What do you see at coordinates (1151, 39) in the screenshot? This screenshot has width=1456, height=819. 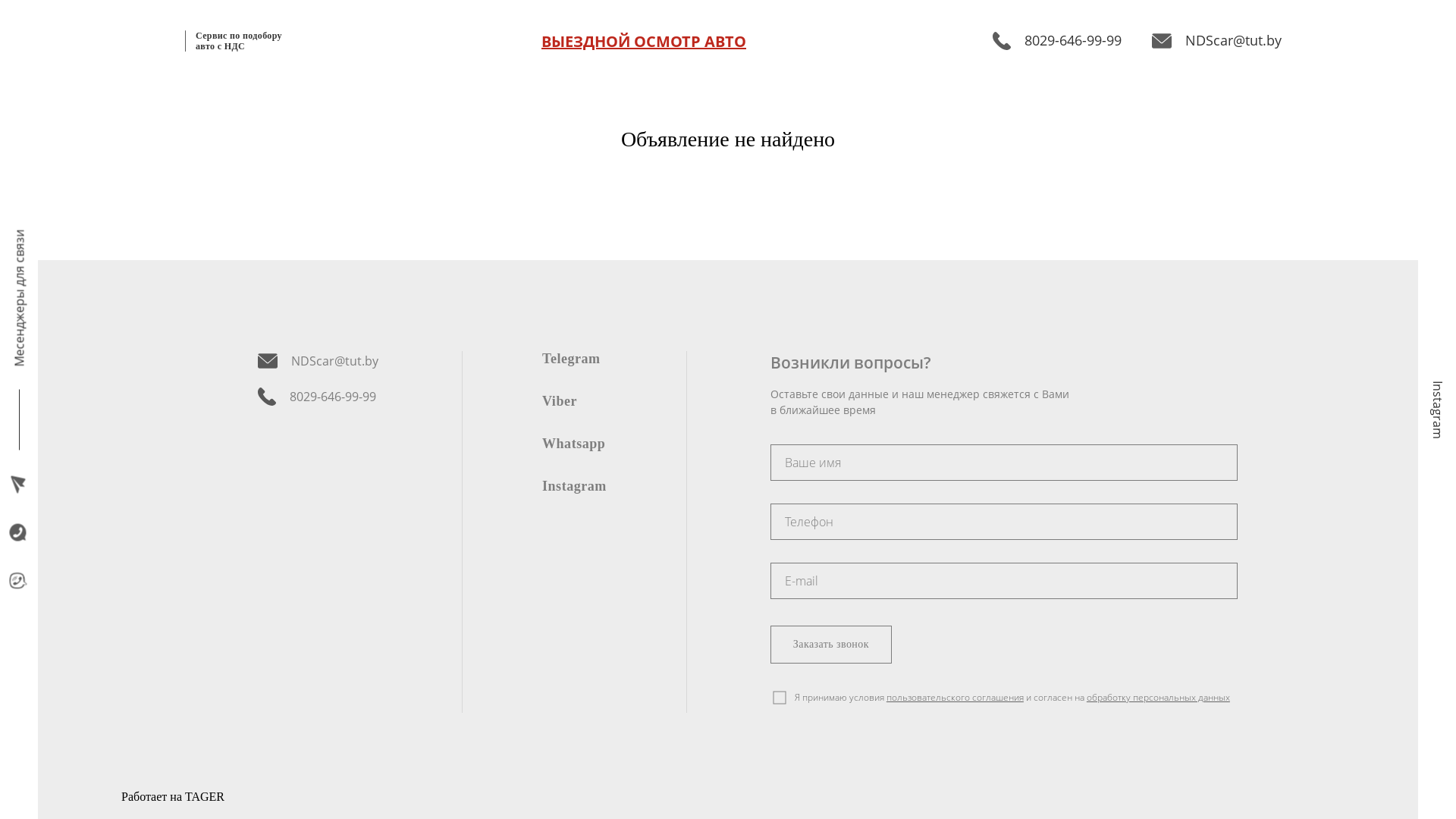 I see `'NDScar@tut.by'` at bounding box center [1151, 39].